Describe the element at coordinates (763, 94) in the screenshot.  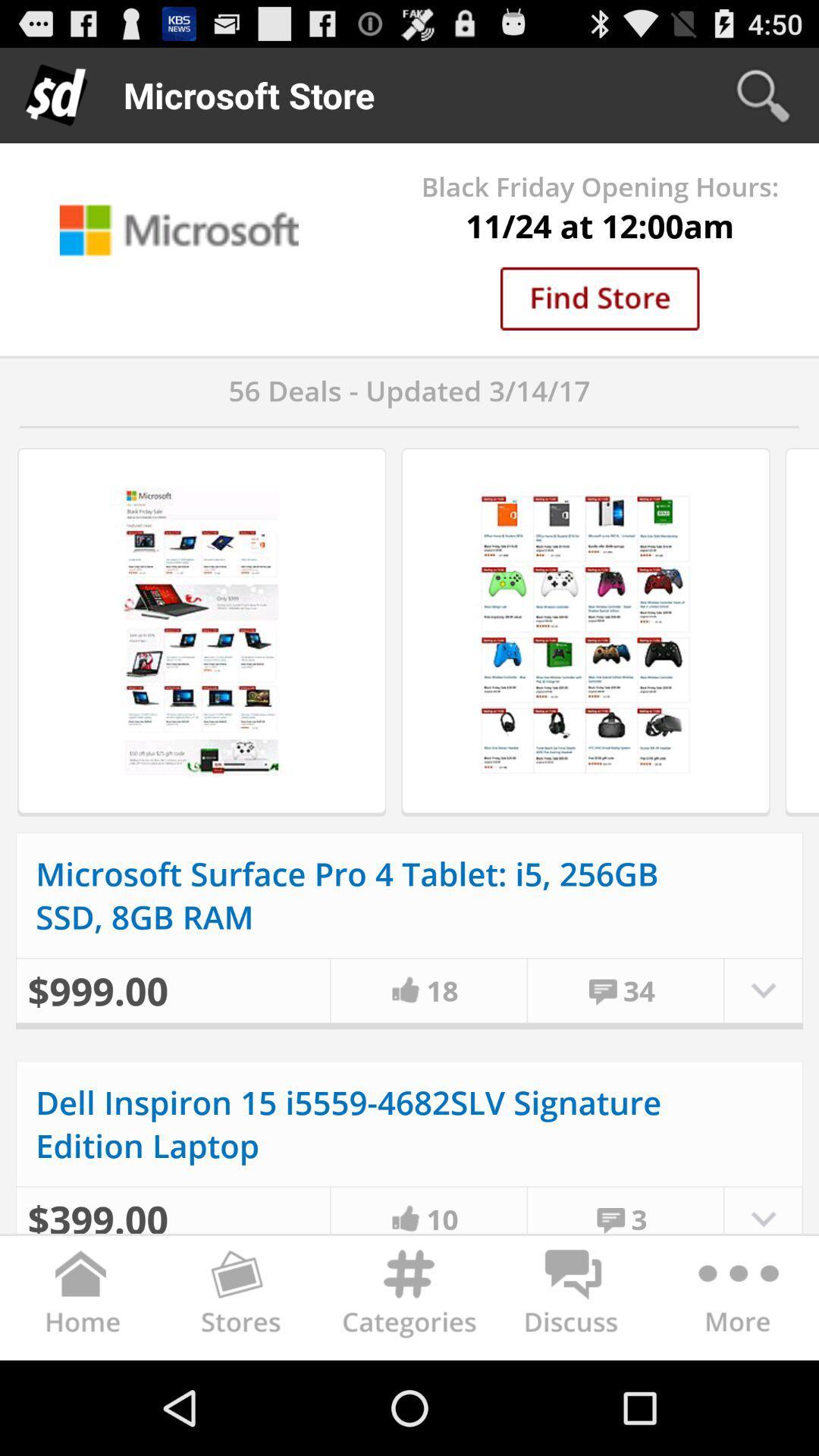
I see `the search icon` at that location.